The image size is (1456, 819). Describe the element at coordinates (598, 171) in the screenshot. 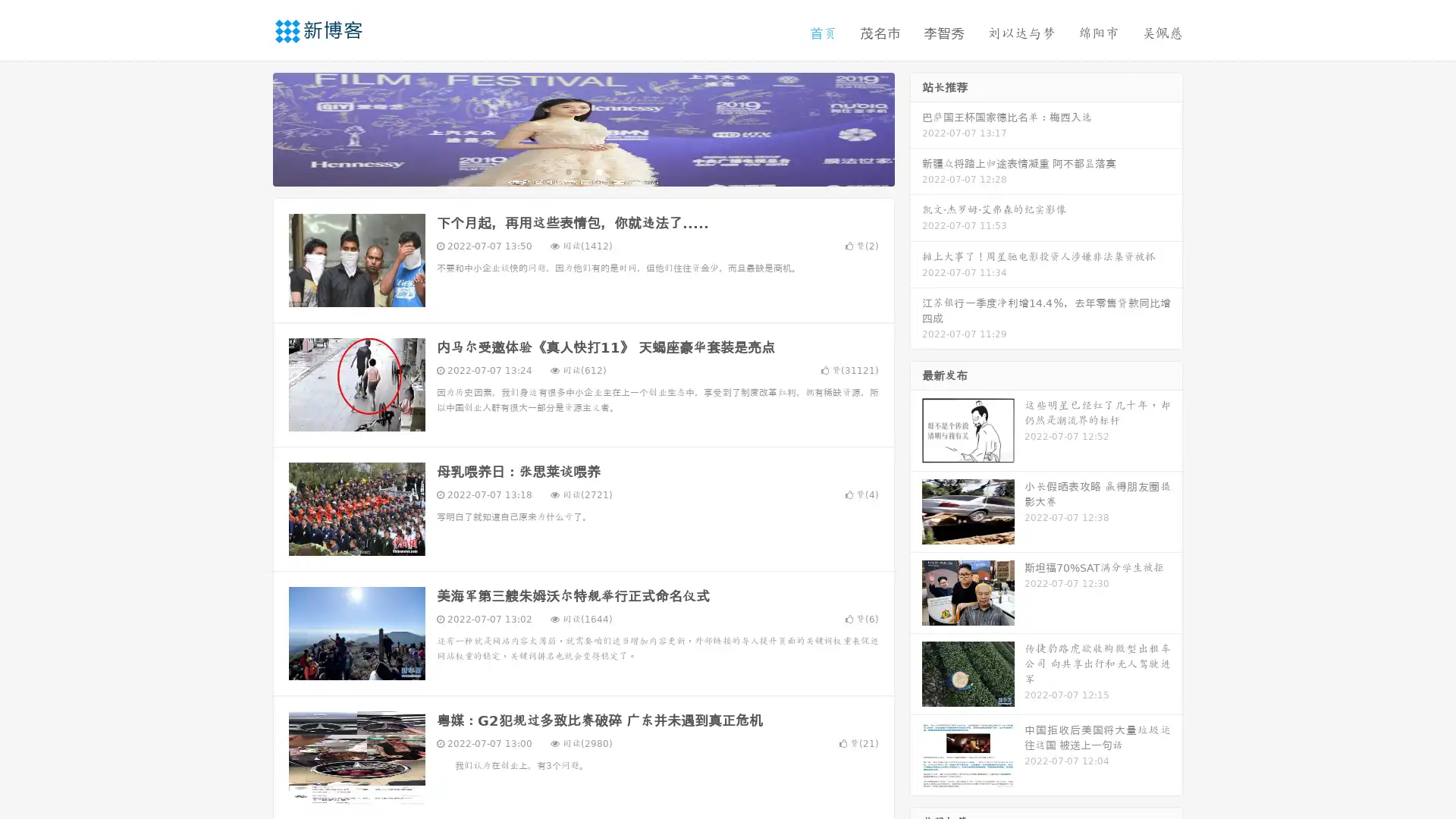

I see `Go to slide 3` at that location.